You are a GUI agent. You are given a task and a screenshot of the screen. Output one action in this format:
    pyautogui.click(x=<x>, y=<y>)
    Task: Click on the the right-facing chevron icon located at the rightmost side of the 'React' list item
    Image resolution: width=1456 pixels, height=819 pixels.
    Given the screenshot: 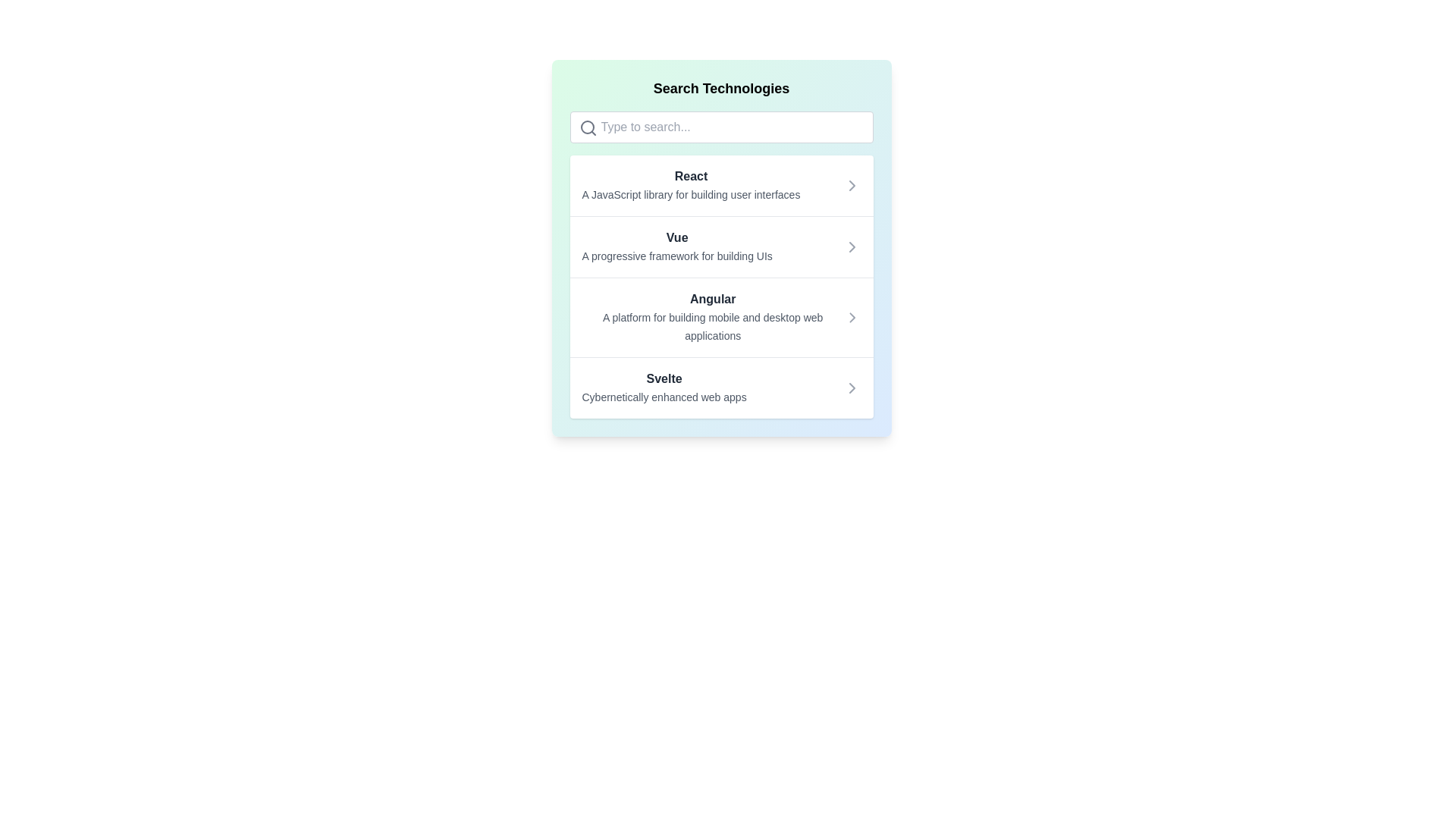 What is the action you would take?
    pyautogui.click(x=852, y=185)
    